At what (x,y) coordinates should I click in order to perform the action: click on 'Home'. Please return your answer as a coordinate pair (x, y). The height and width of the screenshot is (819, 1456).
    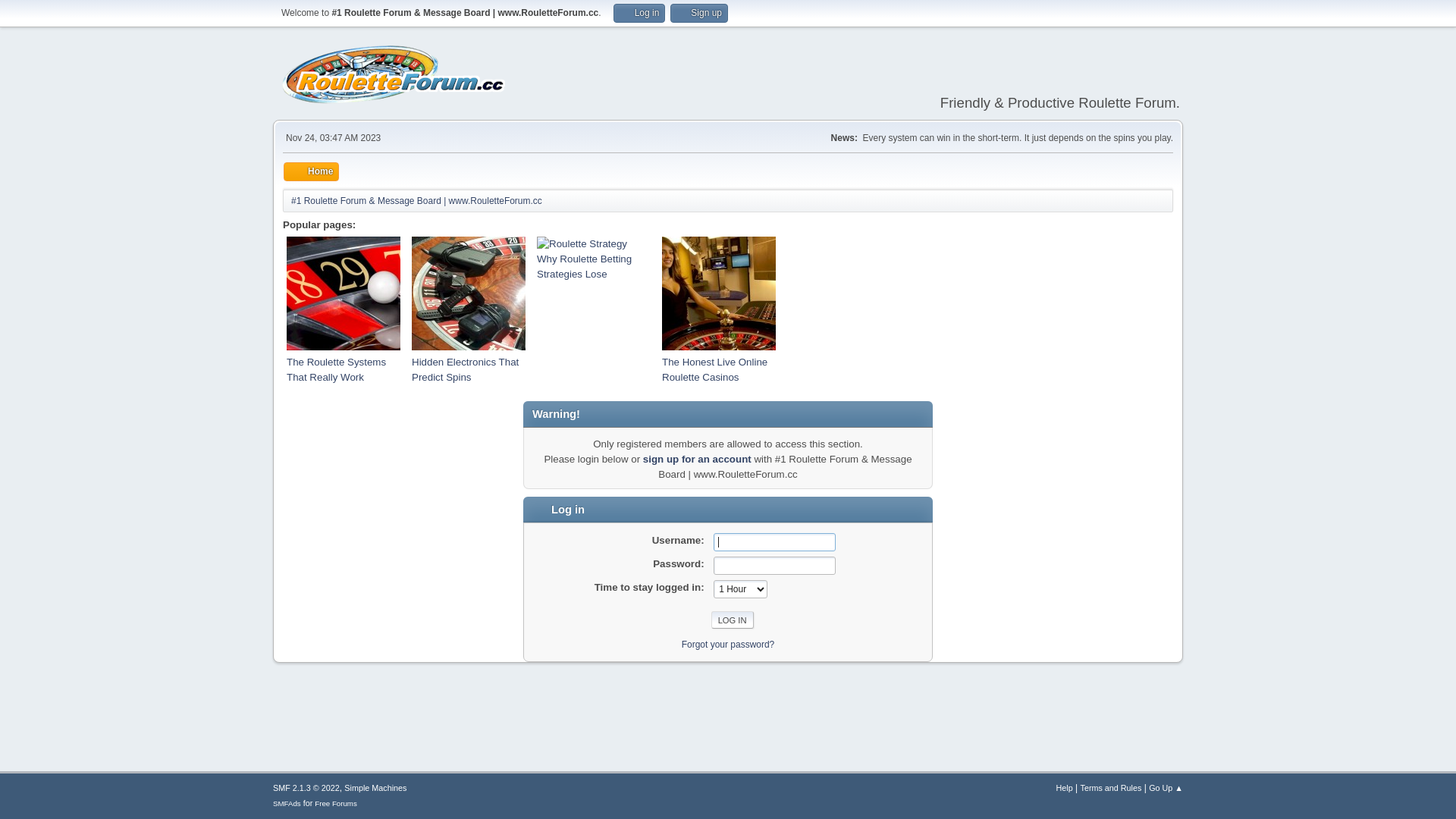
    Looking at the image, I should click on (310, 171).